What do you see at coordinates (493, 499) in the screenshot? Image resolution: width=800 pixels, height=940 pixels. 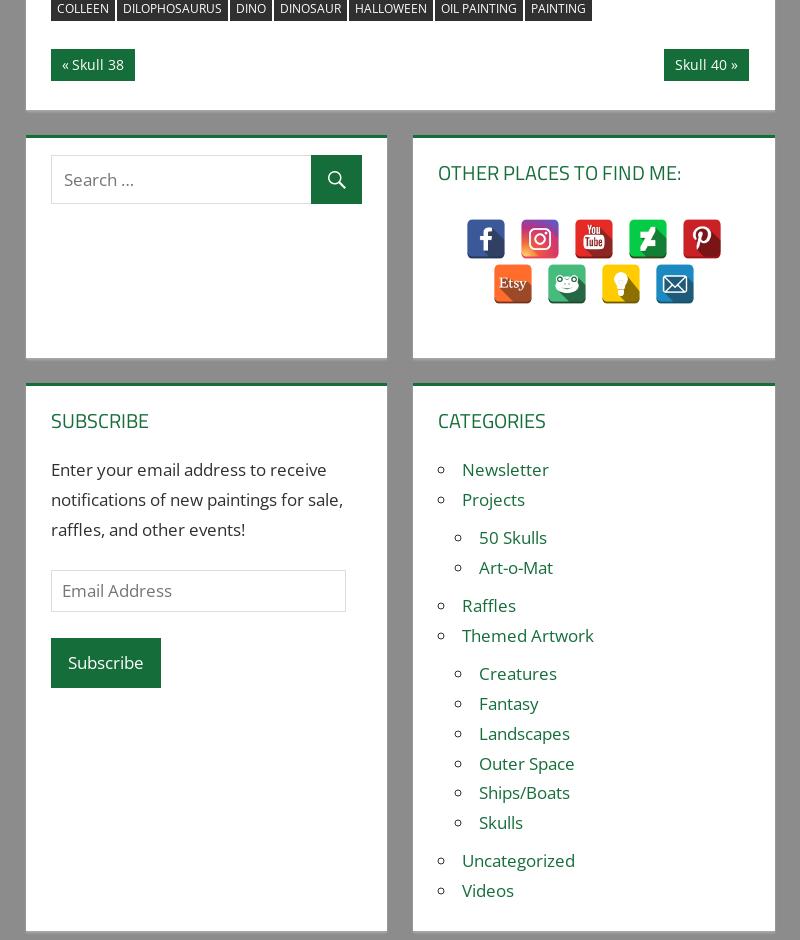 I see `'Projects'` at bounding box center [493, 499].